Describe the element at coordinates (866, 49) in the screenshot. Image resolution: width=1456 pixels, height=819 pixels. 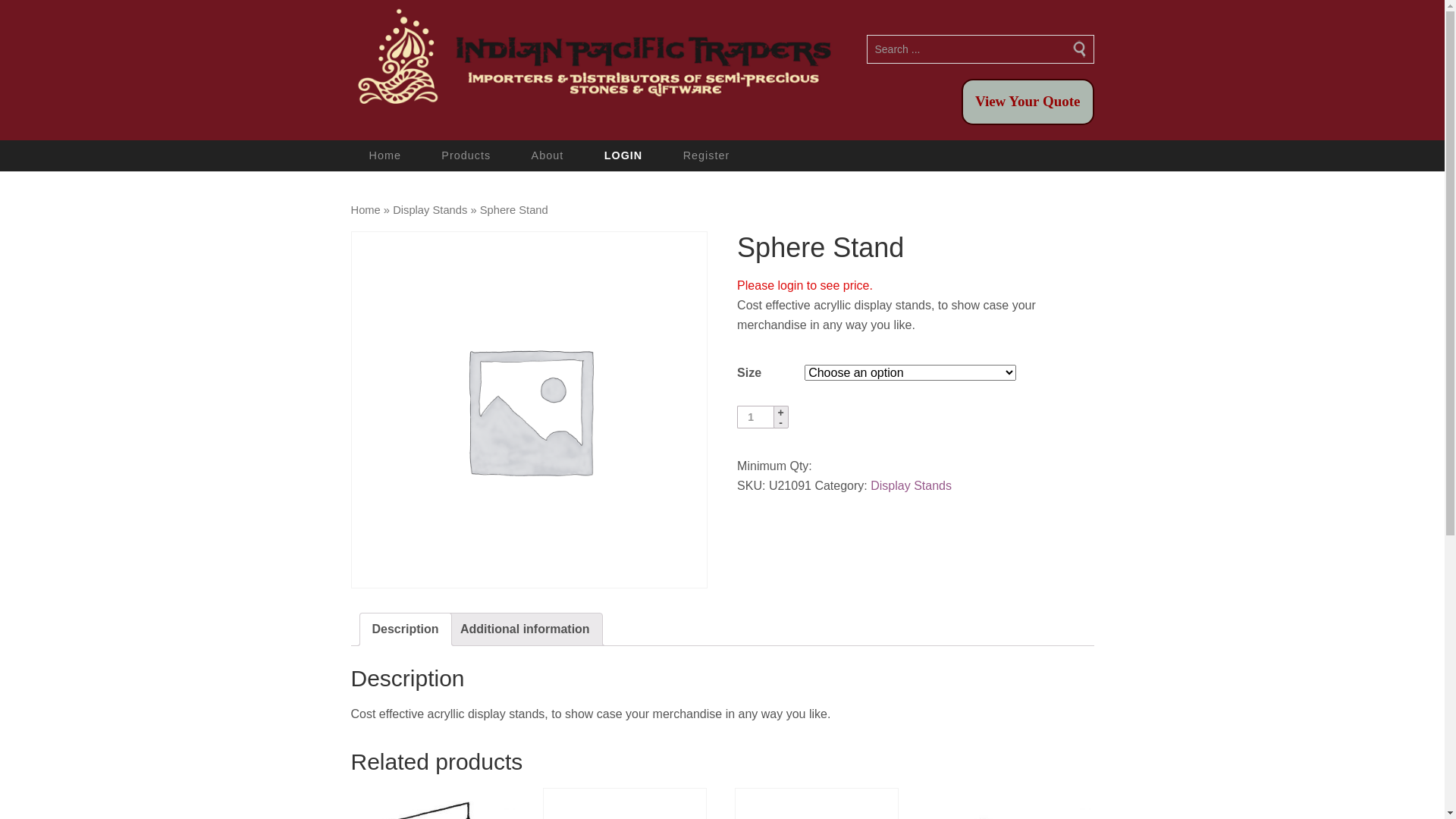
I see `'Search for:'` at that location.